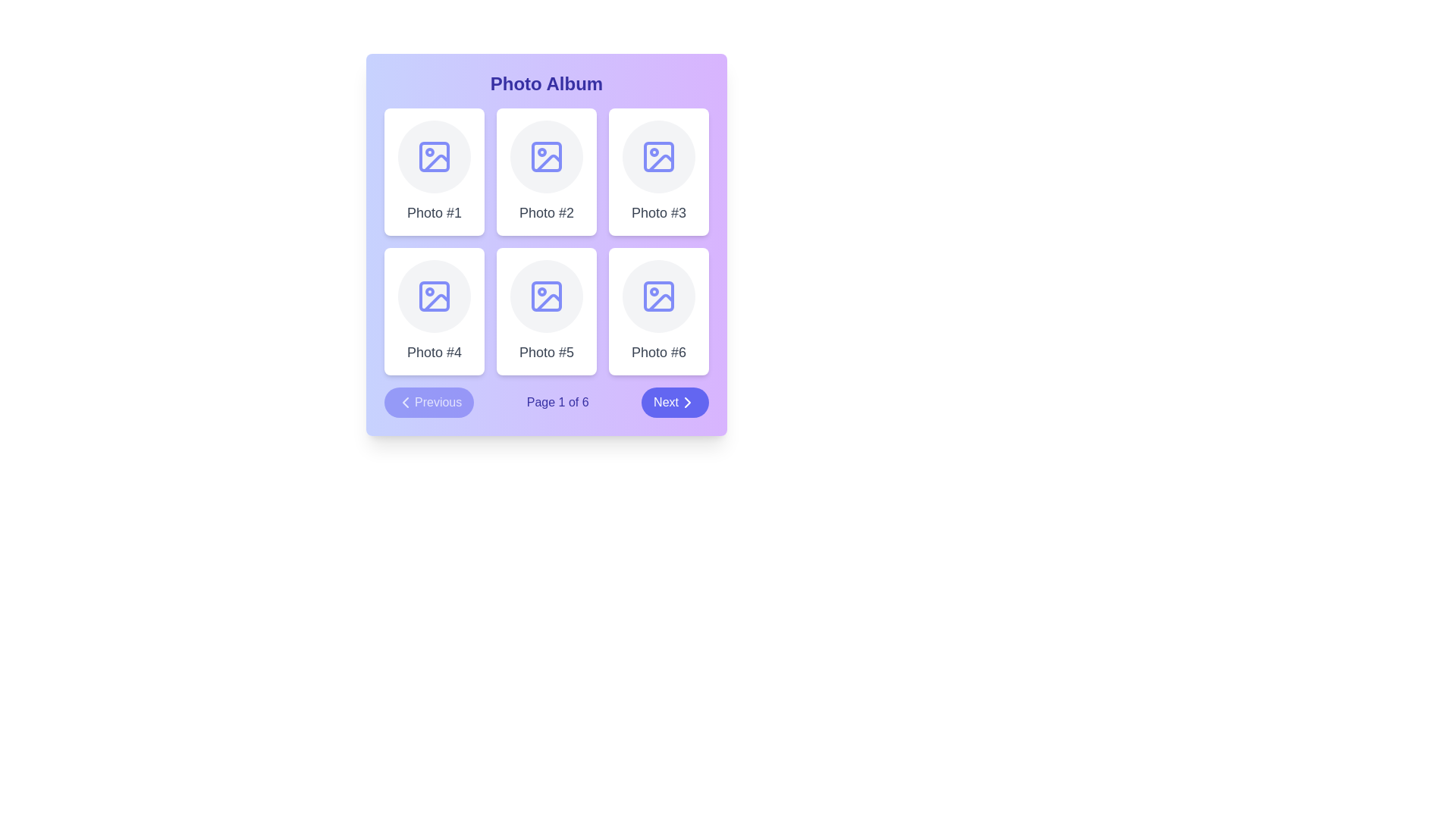  I want to click on the text label that identifies the sixth photo thumbnail in the photo album layout, located at the bottom-right corner of the grid, so click(658, 353).